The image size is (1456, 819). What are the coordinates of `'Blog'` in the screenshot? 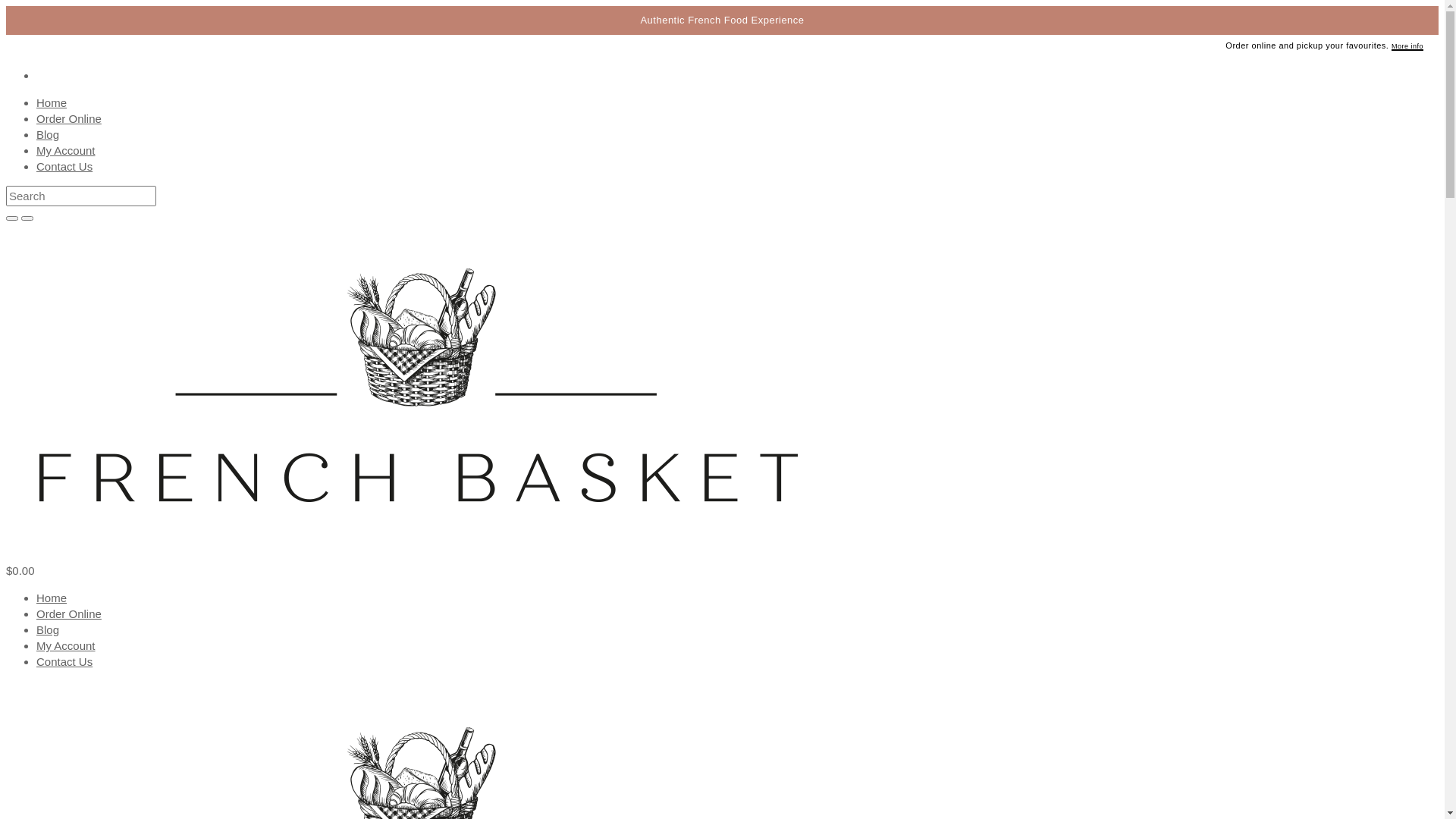 It's located at (47, 629).